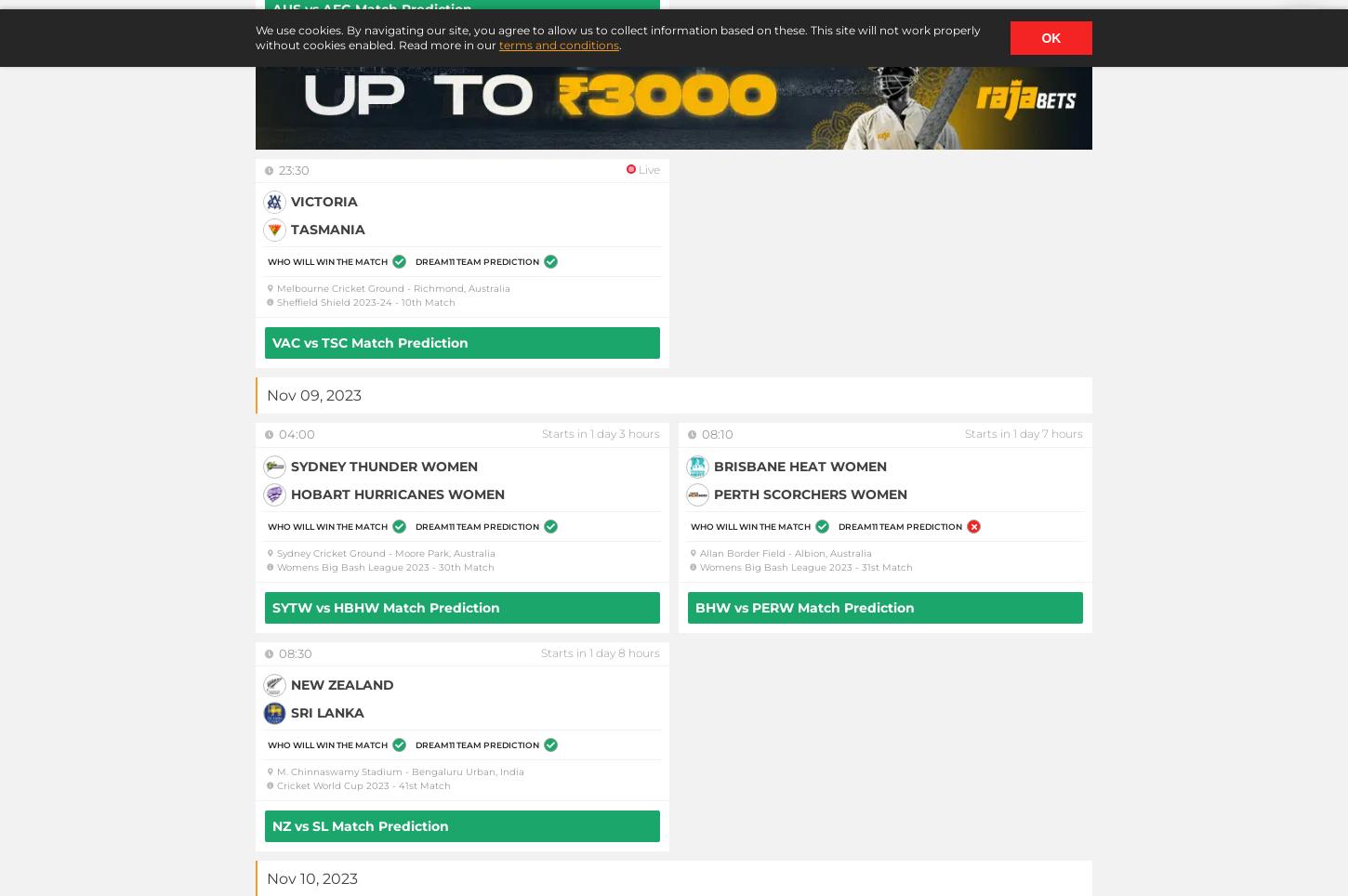 The width and height of the screenshot is (1348, 896). I want to click on '10th Match', so click(427, 301).